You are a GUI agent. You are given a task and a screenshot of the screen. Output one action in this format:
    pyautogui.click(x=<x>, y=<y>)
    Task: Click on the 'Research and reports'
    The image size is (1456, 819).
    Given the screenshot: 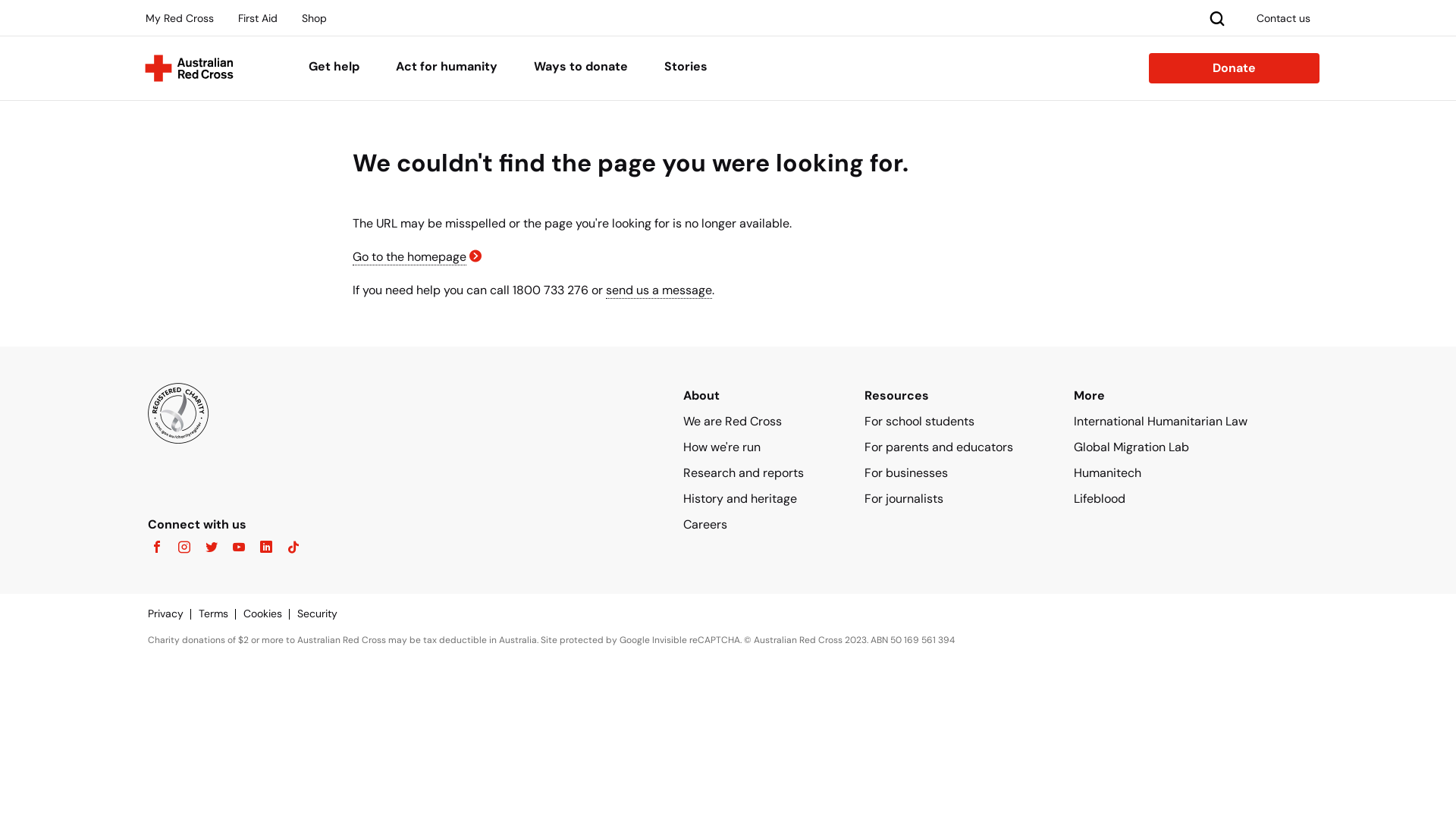 What is the action you would take?
    pyautogui.click(x=743, y=472)
    